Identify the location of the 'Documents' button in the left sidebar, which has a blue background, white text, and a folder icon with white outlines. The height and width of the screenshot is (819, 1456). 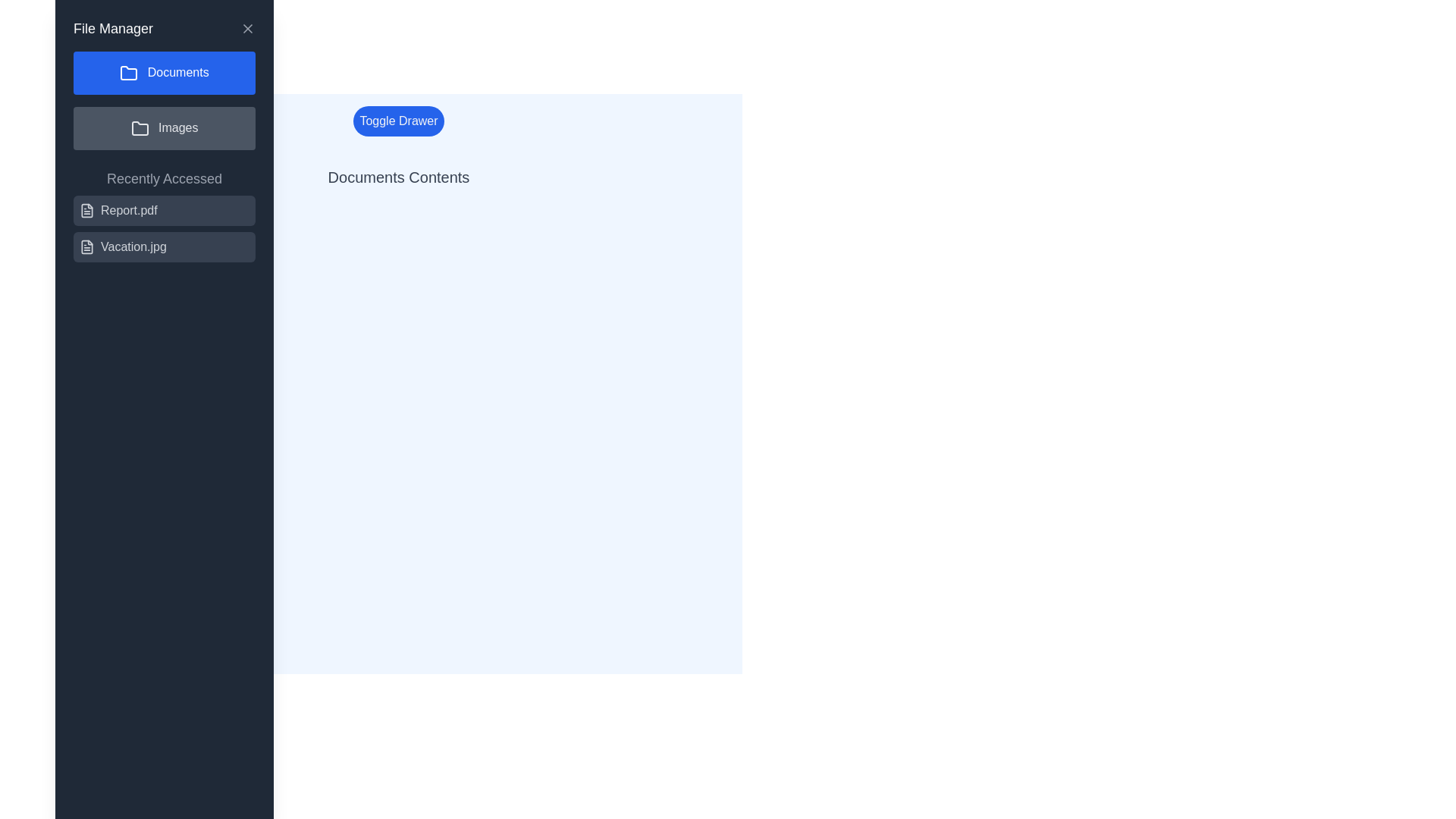
(164, 73).